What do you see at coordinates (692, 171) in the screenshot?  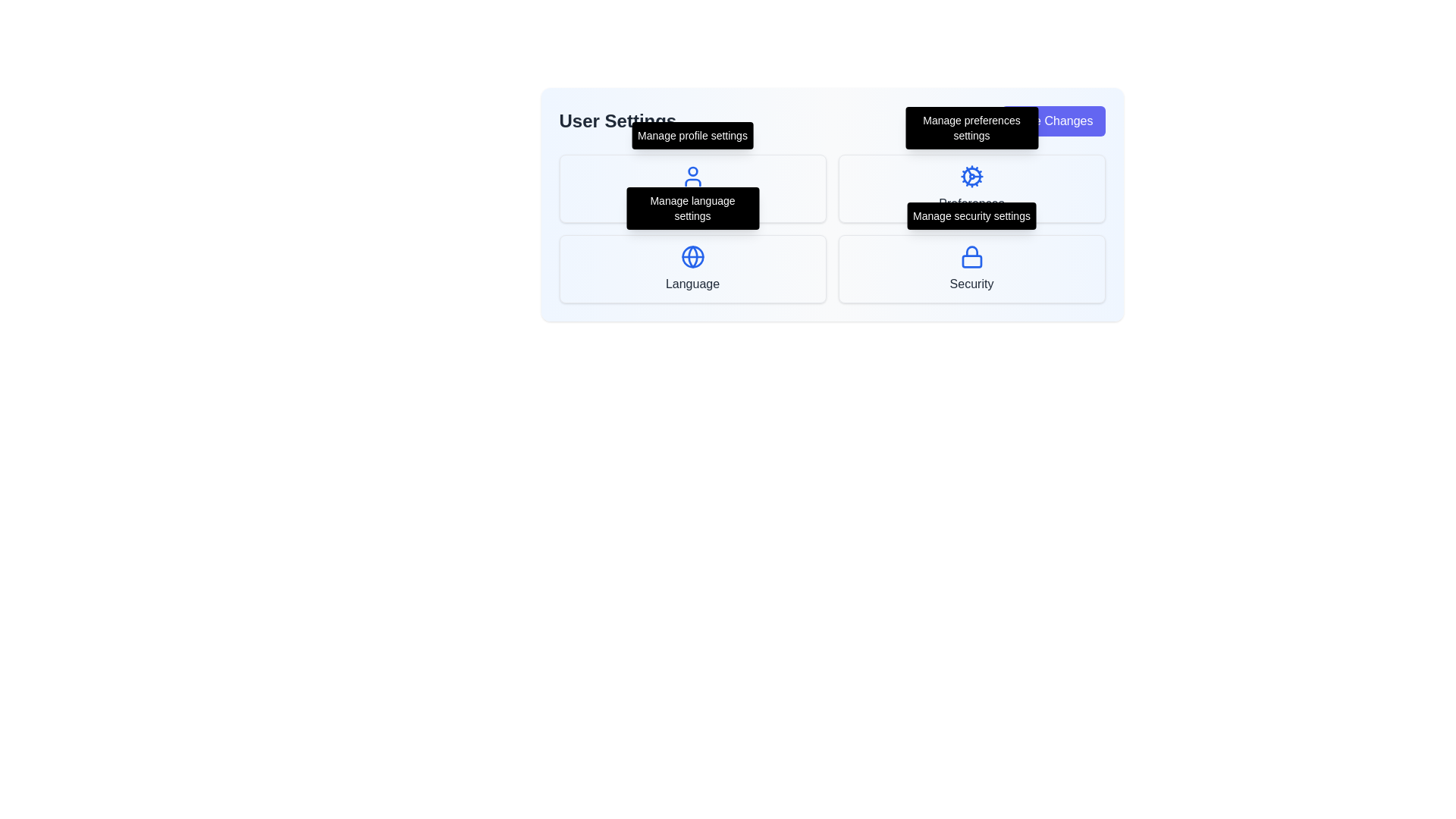 I see `the small blue outlined circle with a white fill located at the top center of the user profile icon in the user settings interface` at bounding box center [692, 171].